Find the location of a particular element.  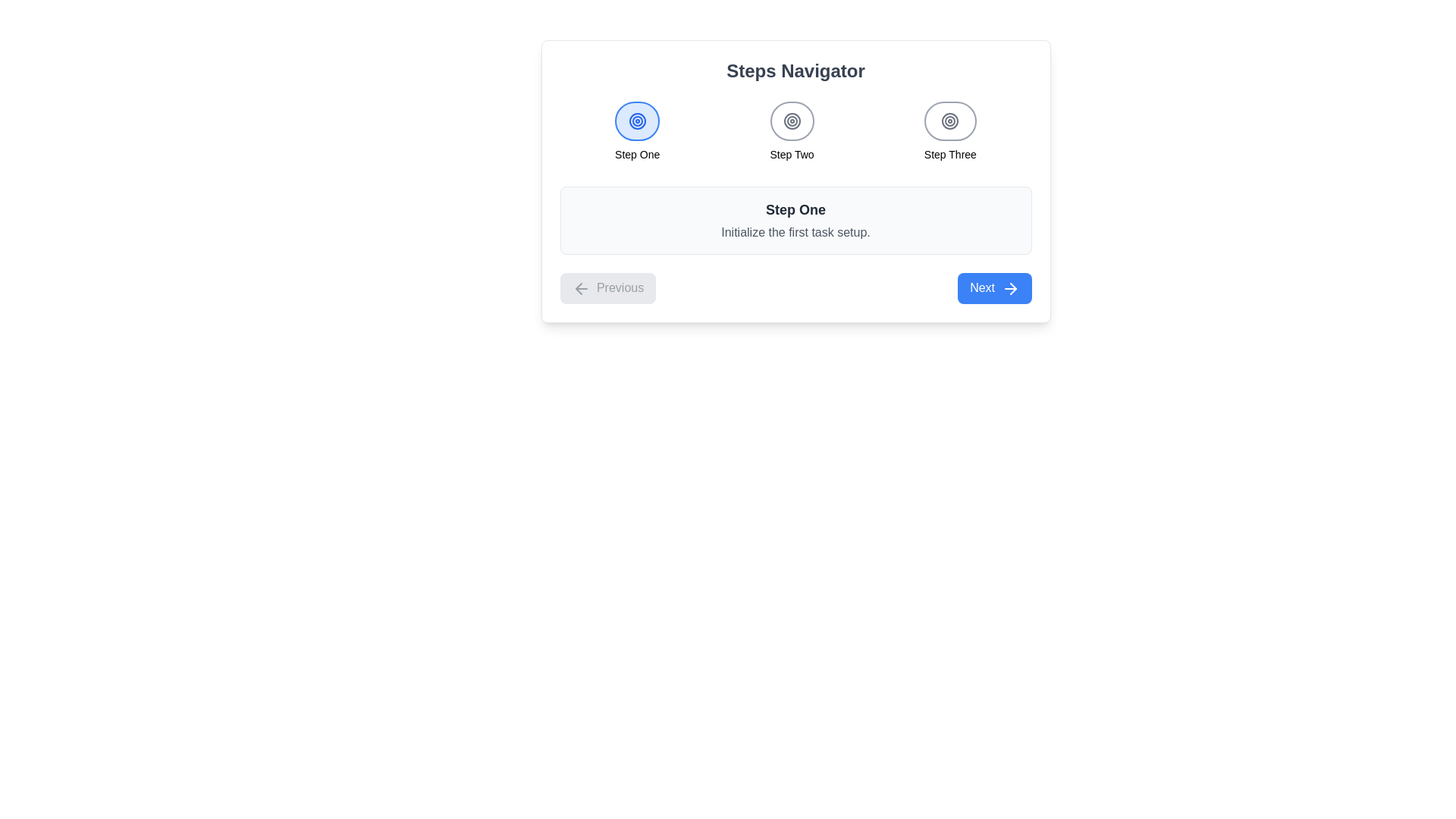

the second step indicator element in the navigation bar is located at coordinates (791, 130).